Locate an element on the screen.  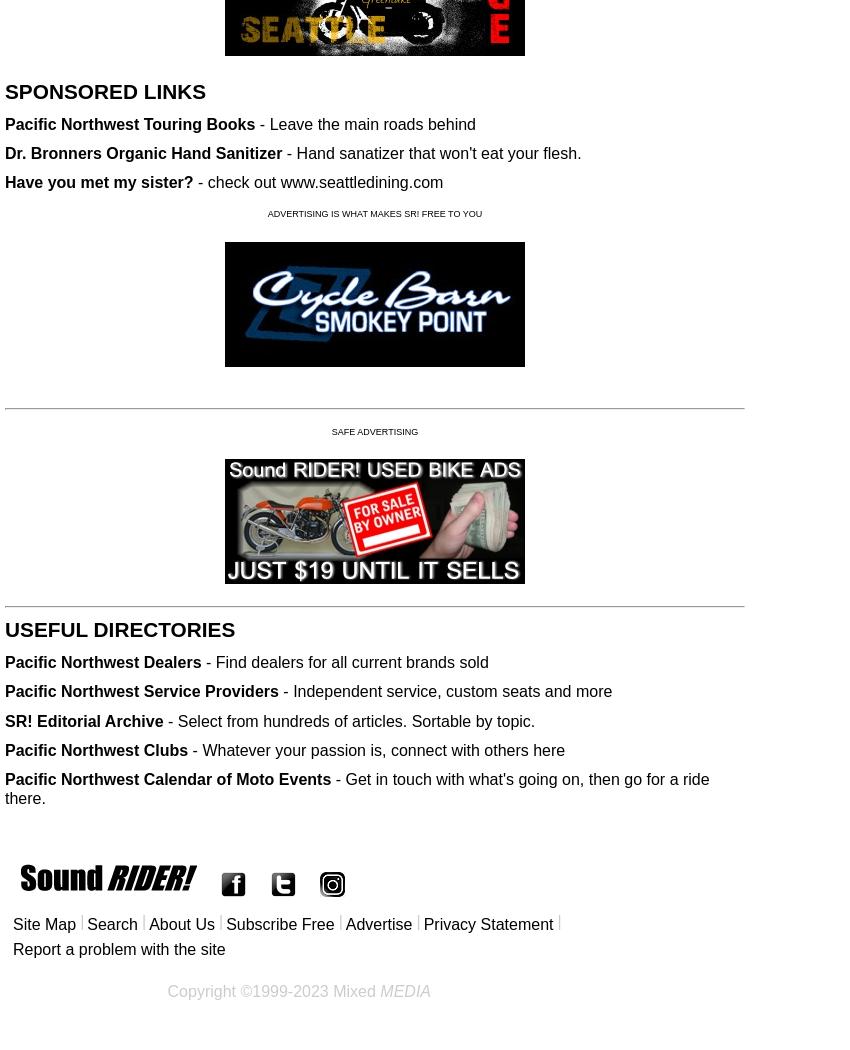
'Pacific Northwest Dealers' is located at coordinates (102, 661).